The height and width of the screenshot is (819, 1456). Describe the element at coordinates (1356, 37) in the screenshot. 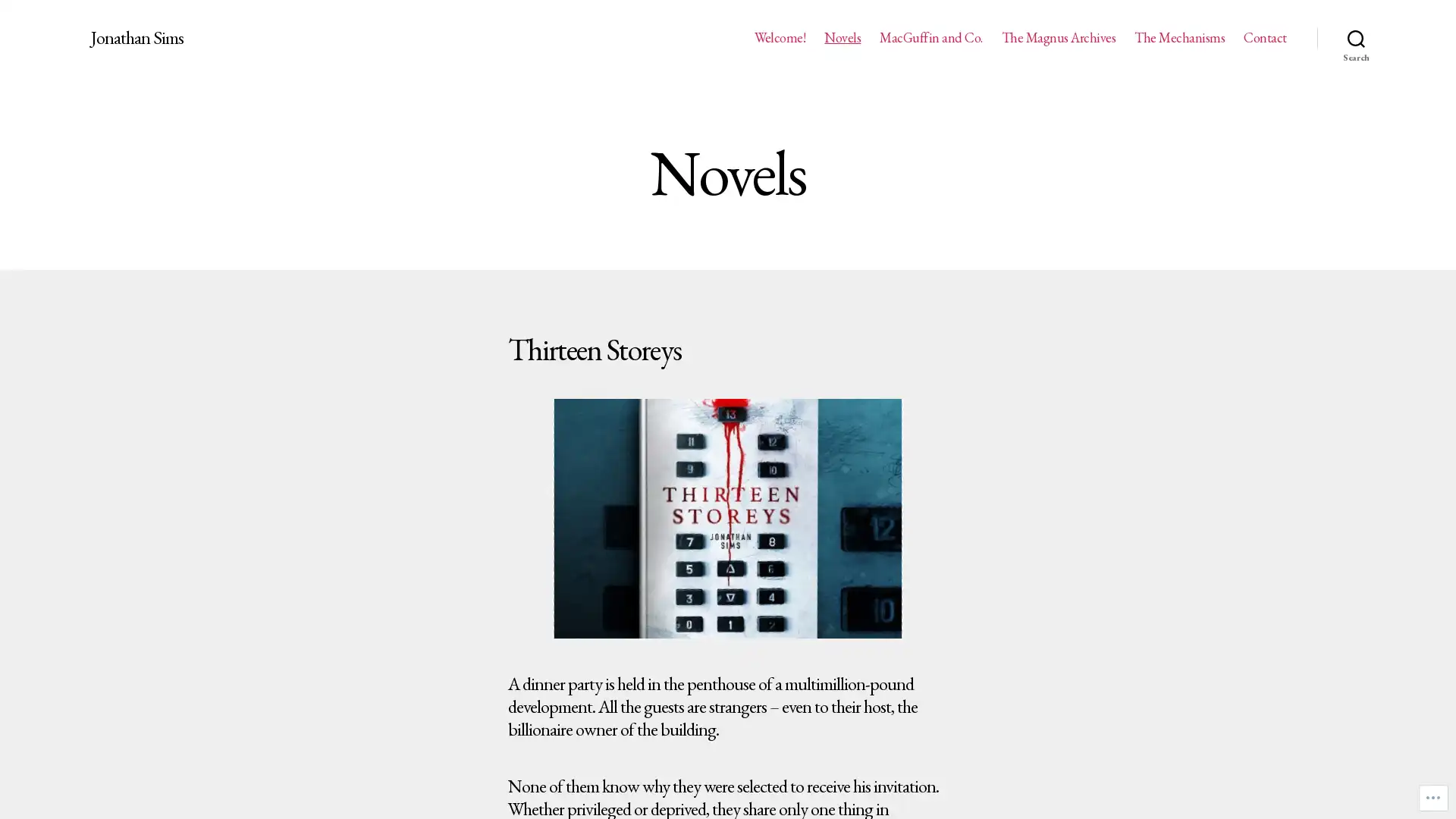

I see `Search` at that location.